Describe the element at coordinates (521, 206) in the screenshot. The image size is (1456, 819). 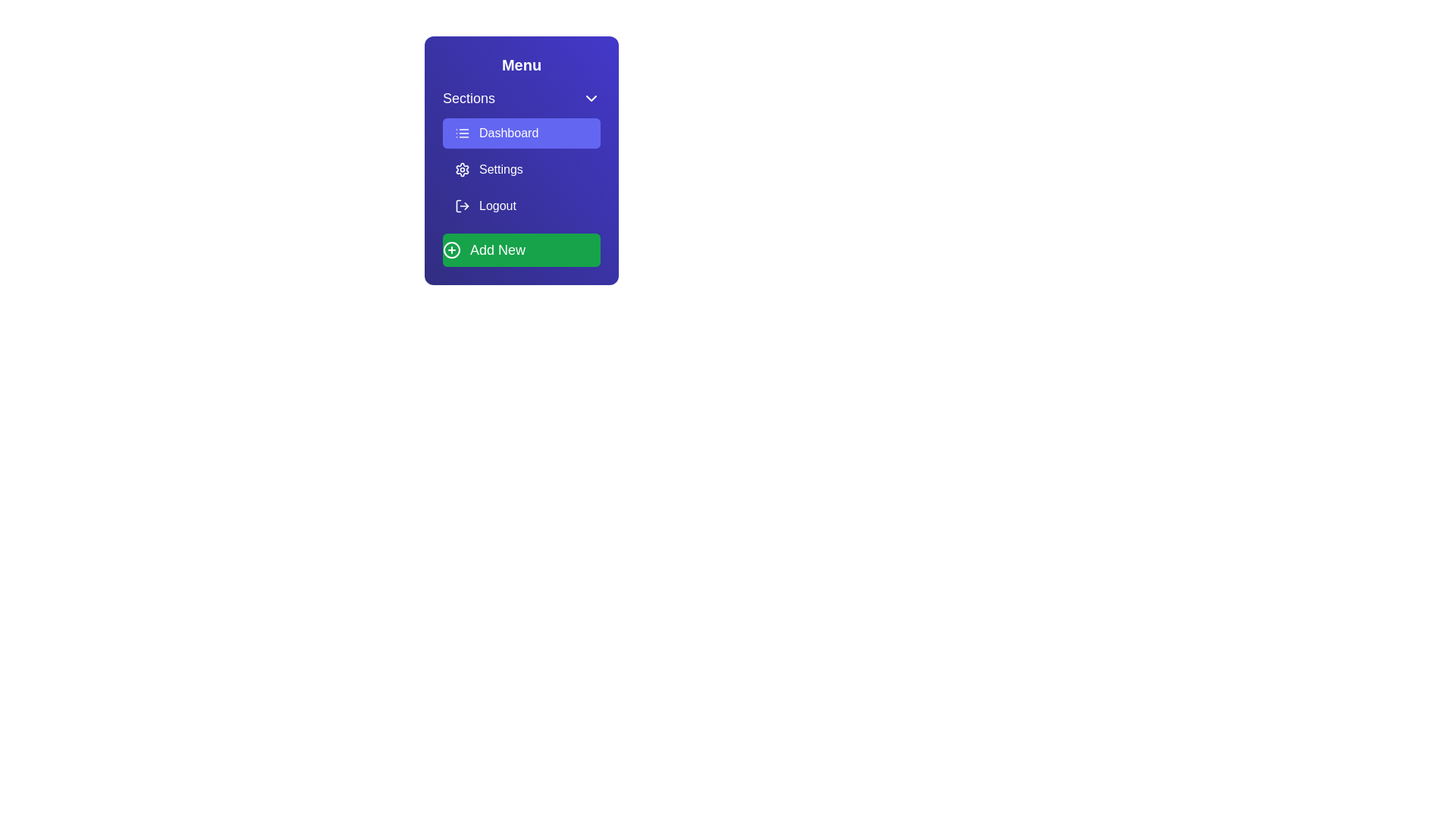
I see `the menu item Logout` at that location.